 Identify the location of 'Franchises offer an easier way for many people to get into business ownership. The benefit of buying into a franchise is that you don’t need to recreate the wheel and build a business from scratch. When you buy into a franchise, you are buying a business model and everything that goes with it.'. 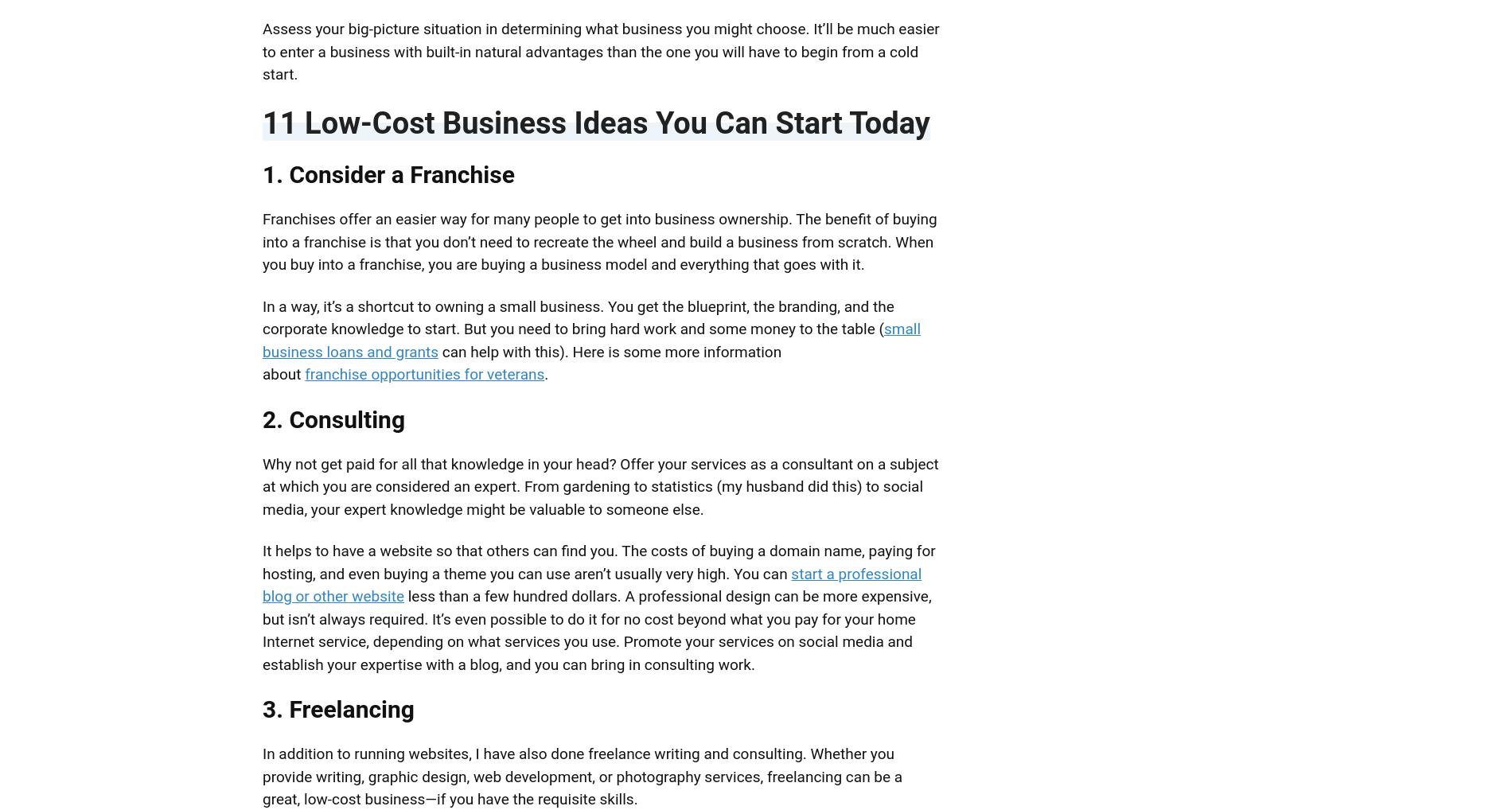
(262, 241).